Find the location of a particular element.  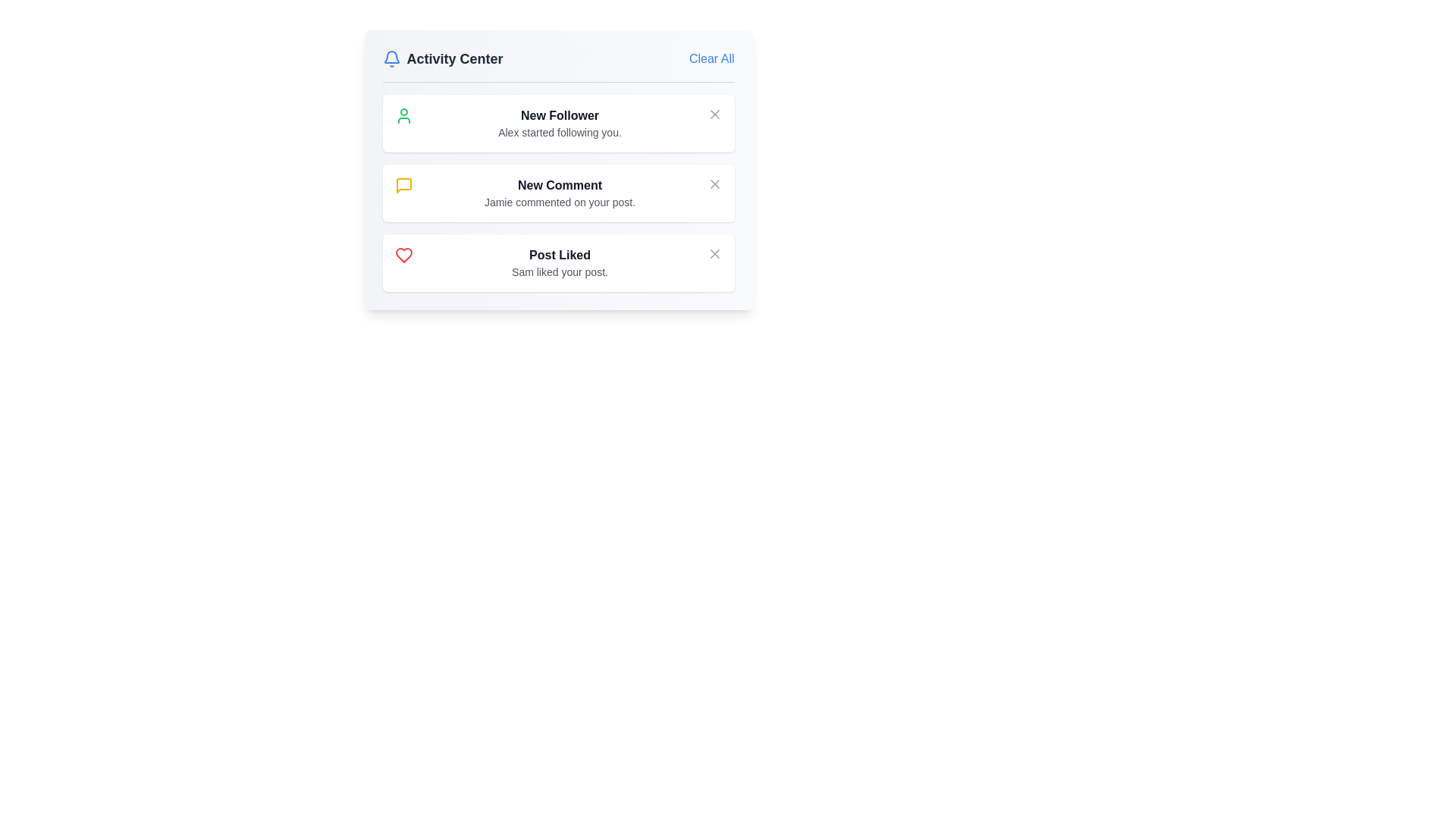

the Notification panel, which displays recent user-related activities such as followers, comments, and likes is located at coordinates (557, 170).